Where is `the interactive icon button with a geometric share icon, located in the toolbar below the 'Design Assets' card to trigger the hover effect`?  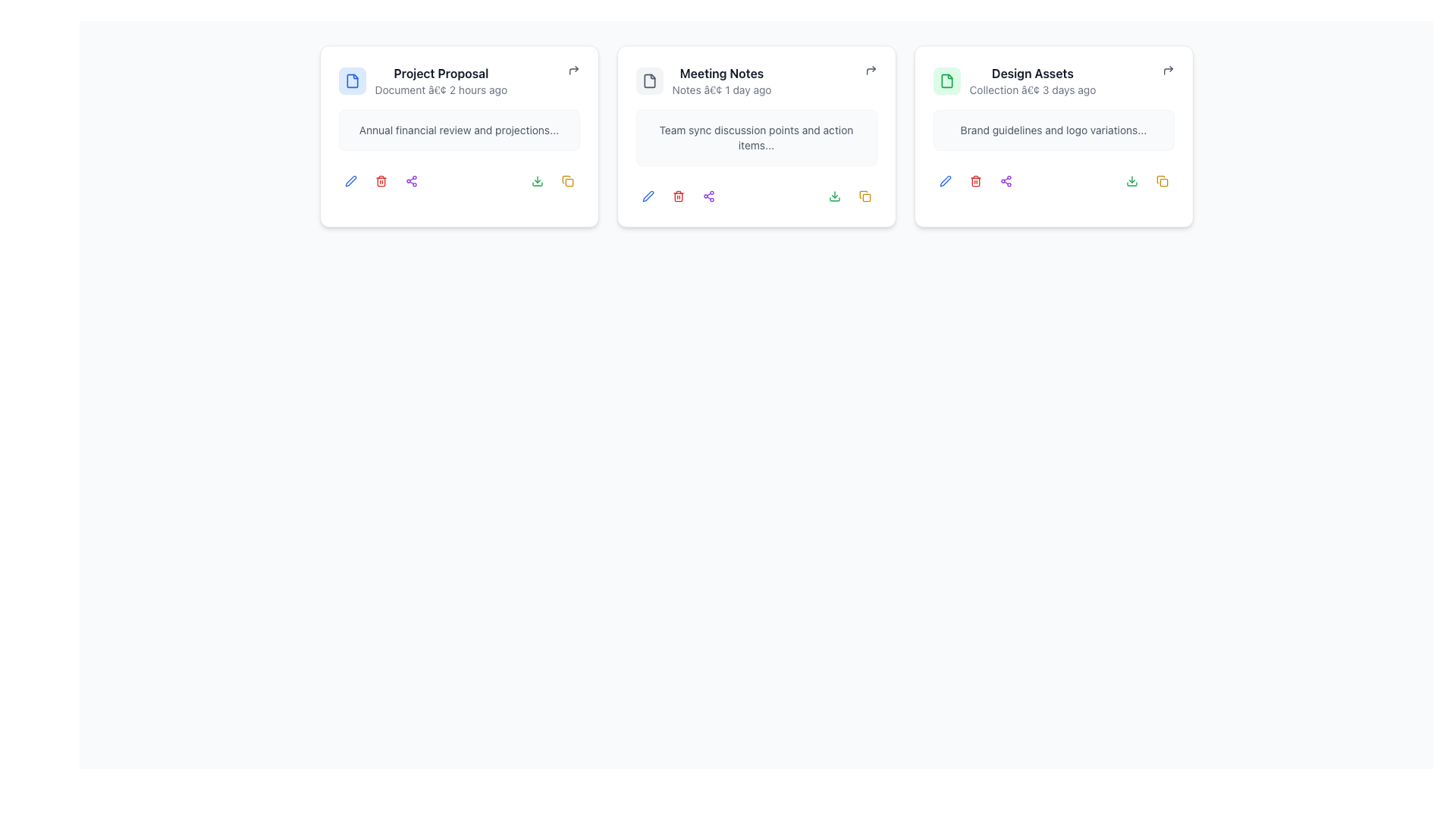
the interactive icon button with a geometric share icon, located in the toolbar below the 'Design Assets' card to trigger the hover effect is located at coordinates (1006, 180).